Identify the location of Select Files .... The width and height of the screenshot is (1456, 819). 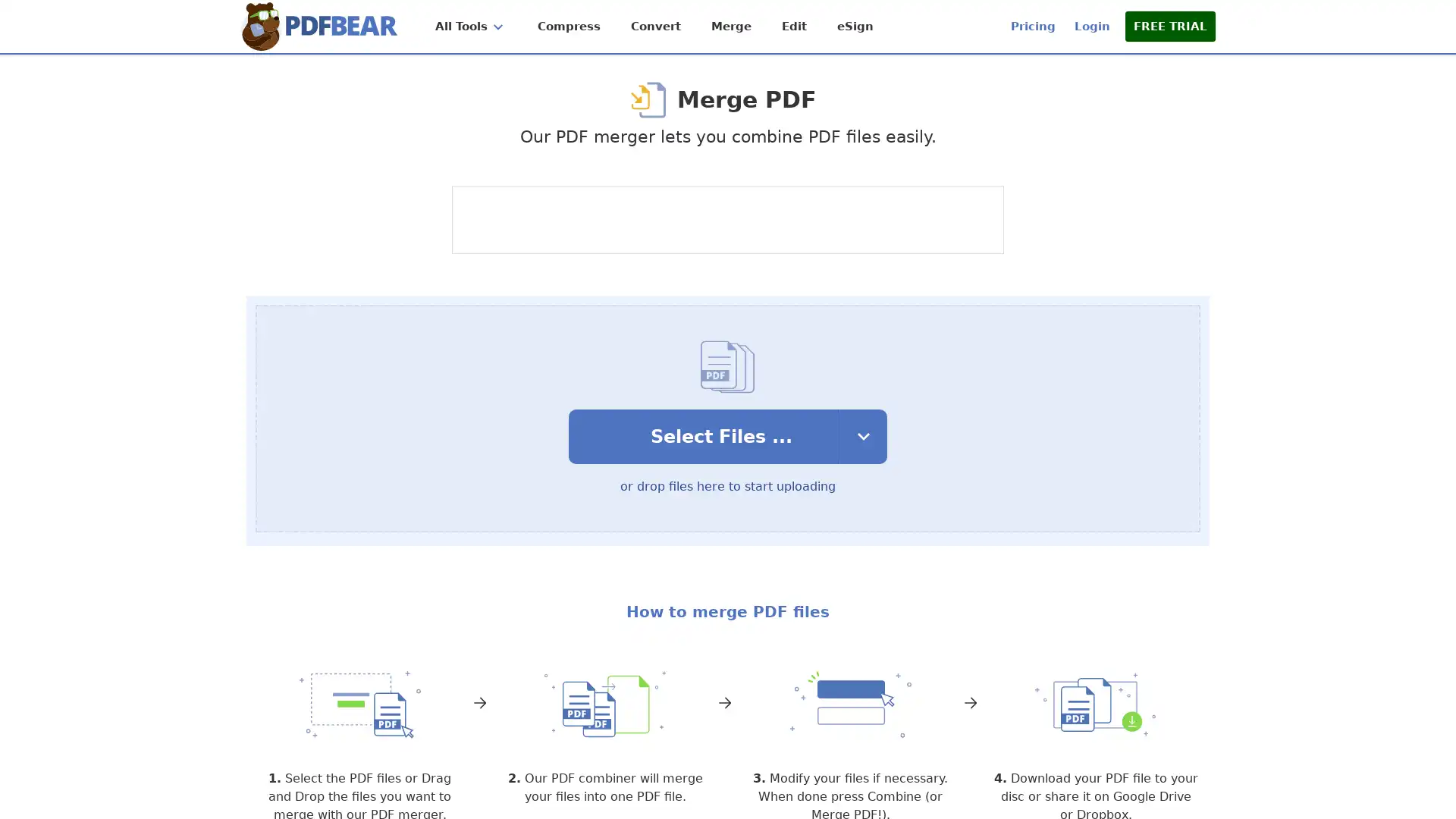
(703, 435).